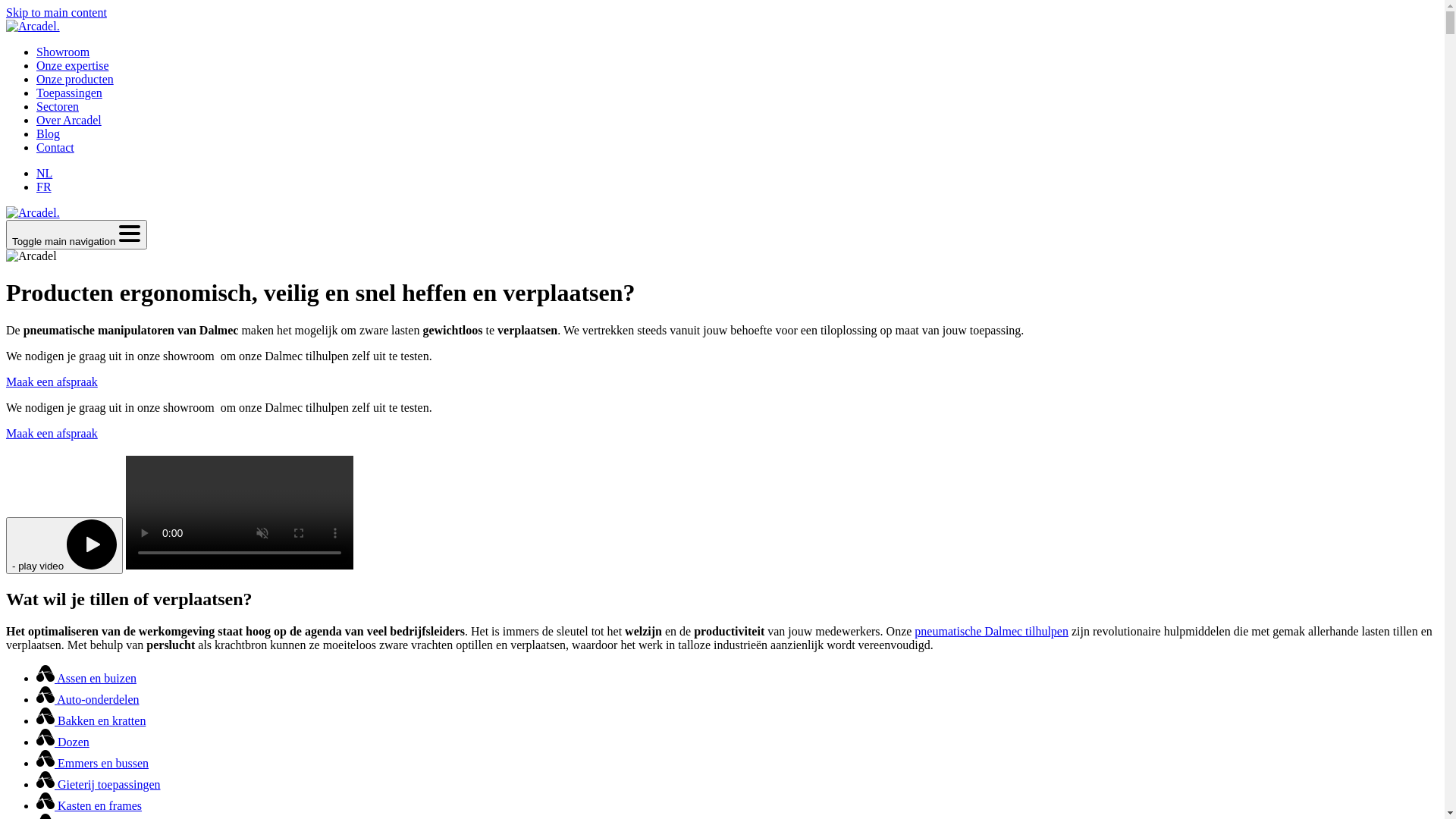 The width and height of the screenshot is (1456, 819). I want to click on '- play video', so click(64, 544).